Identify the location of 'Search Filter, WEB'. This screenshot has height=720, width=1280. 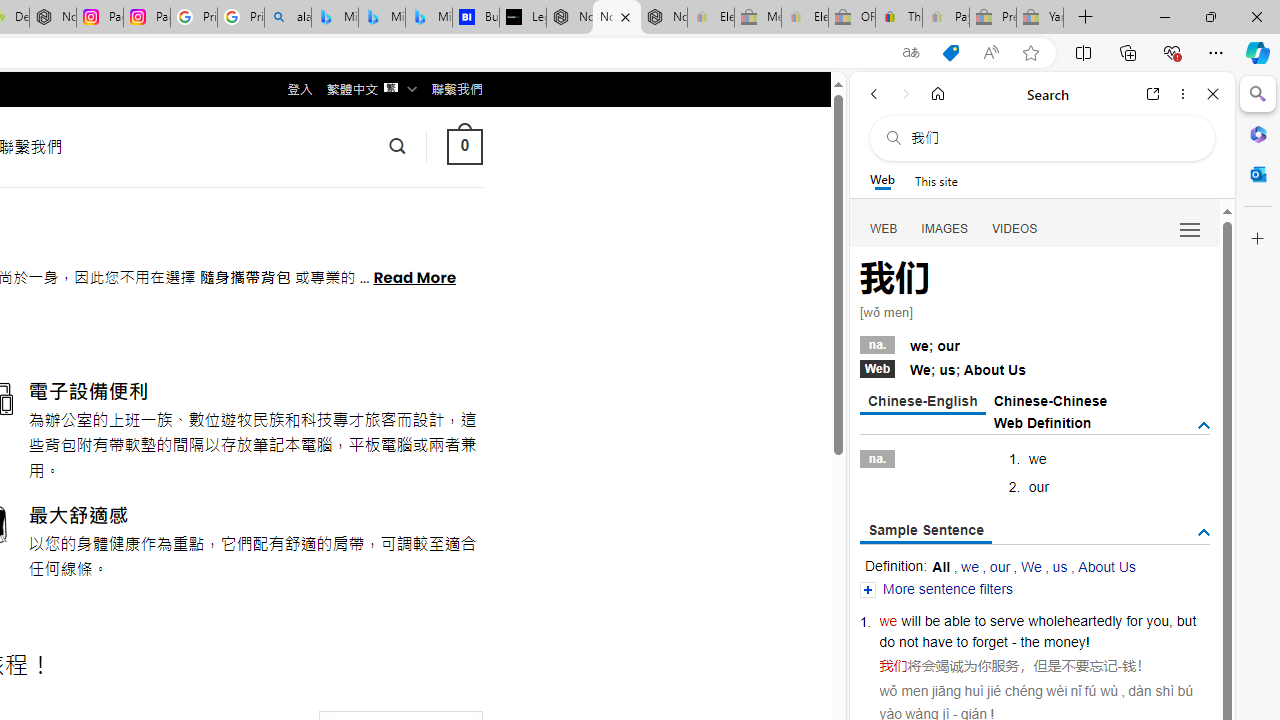
(883, 227).